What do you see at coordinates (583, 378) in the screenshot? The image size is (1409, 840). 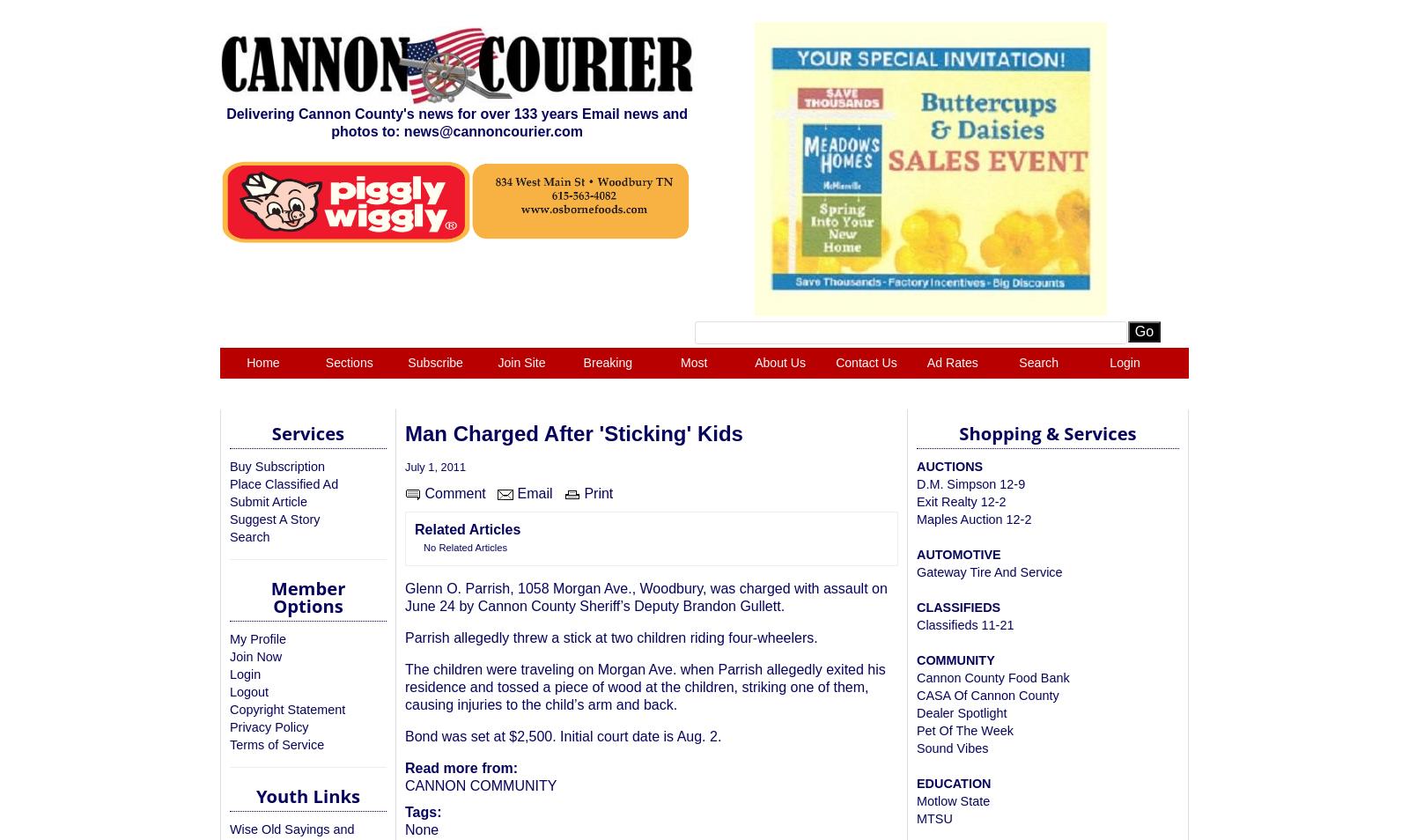 I see `'Breaking News'` at bounding box center [583, 378].